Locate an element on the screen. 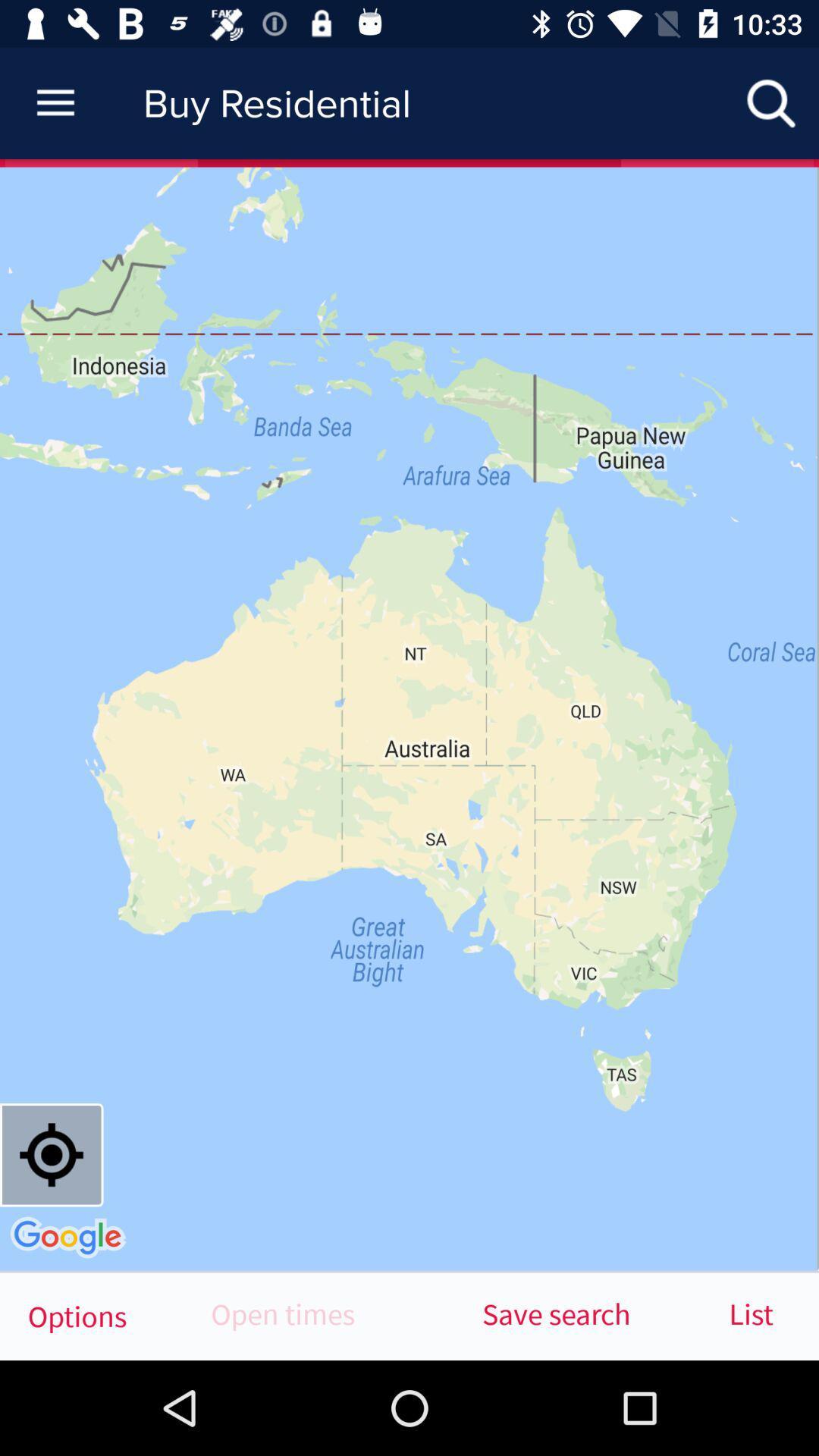 Image resolution: width=819 pixels, height=1456 pixels. the location_crosshair icon is located at coordinates (51, 1154).